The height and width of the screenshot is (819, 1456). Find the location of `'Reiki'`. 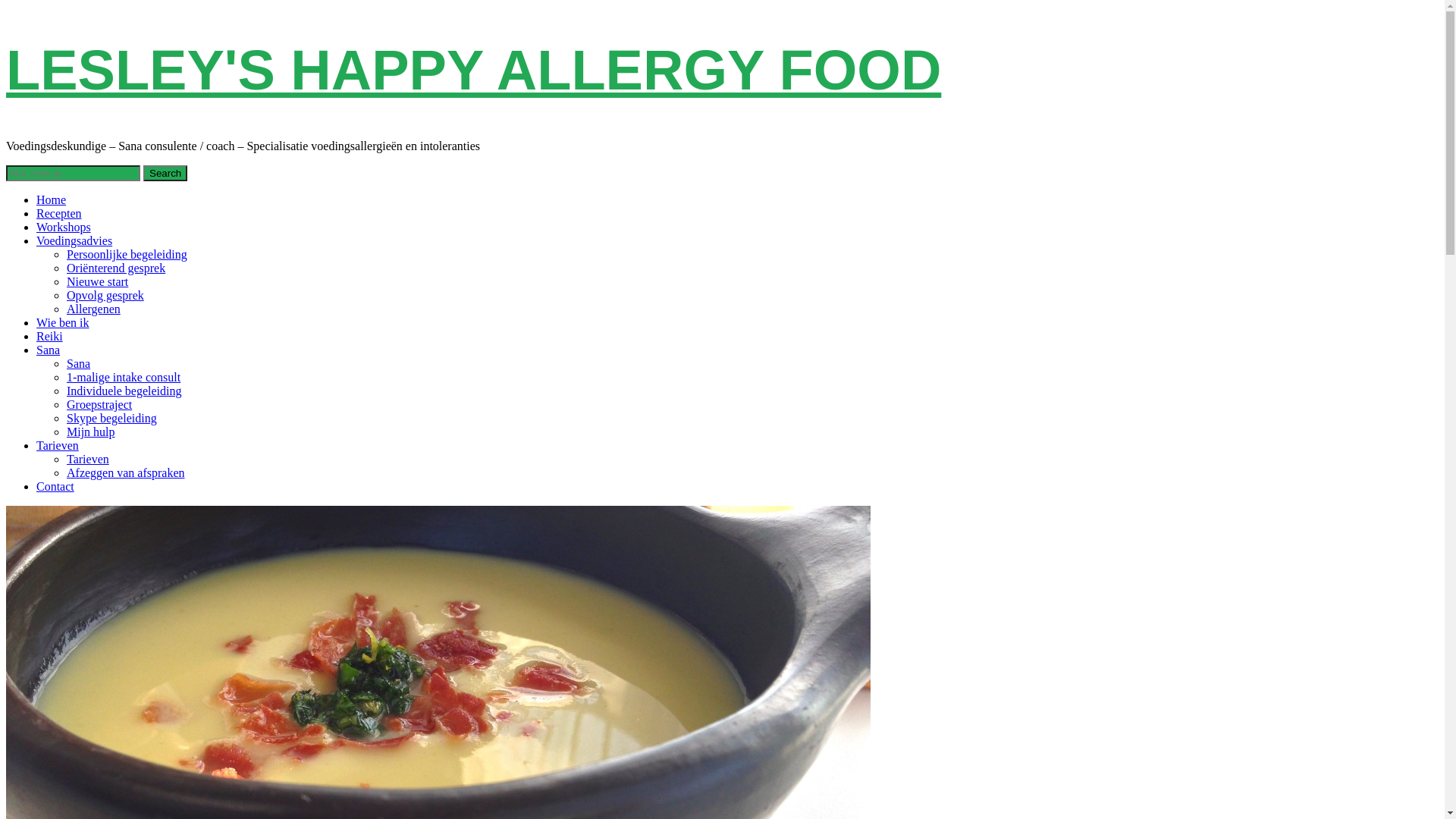

'Reiki' is located at coordinates (49, 335).